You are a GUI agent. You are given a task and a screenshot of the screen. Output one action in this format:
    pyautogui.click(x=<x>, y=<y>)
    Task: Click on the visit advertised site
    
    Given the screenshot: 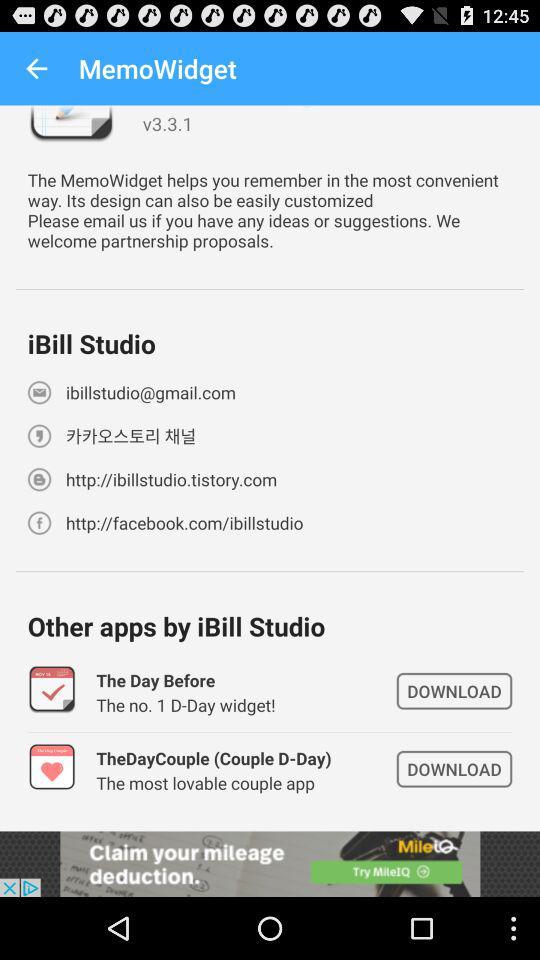 What is the action you would take?
    pyautogui.click(x=270, y=863)
    